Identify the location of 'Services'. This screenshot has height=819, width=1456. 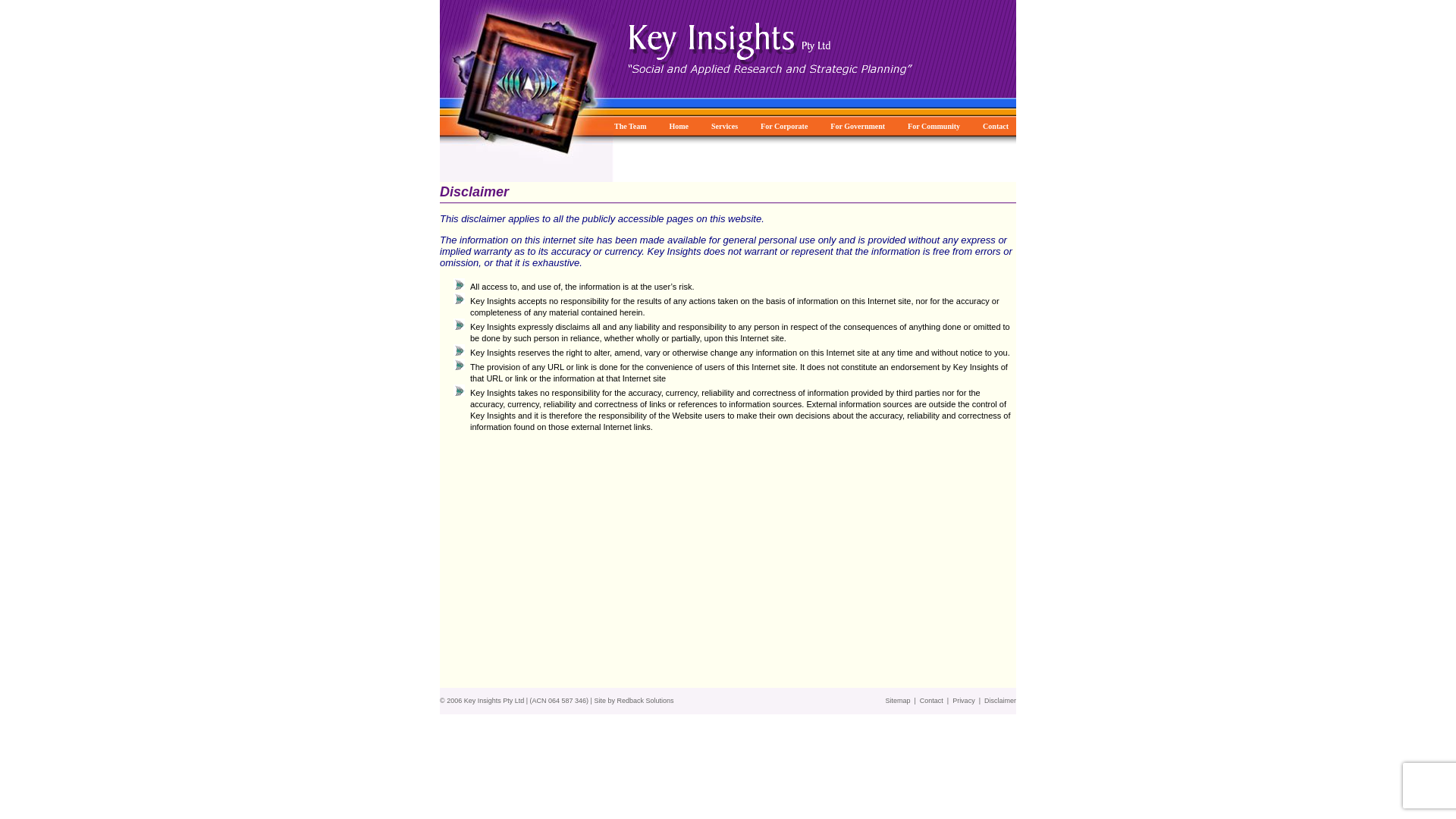
(723, 124).